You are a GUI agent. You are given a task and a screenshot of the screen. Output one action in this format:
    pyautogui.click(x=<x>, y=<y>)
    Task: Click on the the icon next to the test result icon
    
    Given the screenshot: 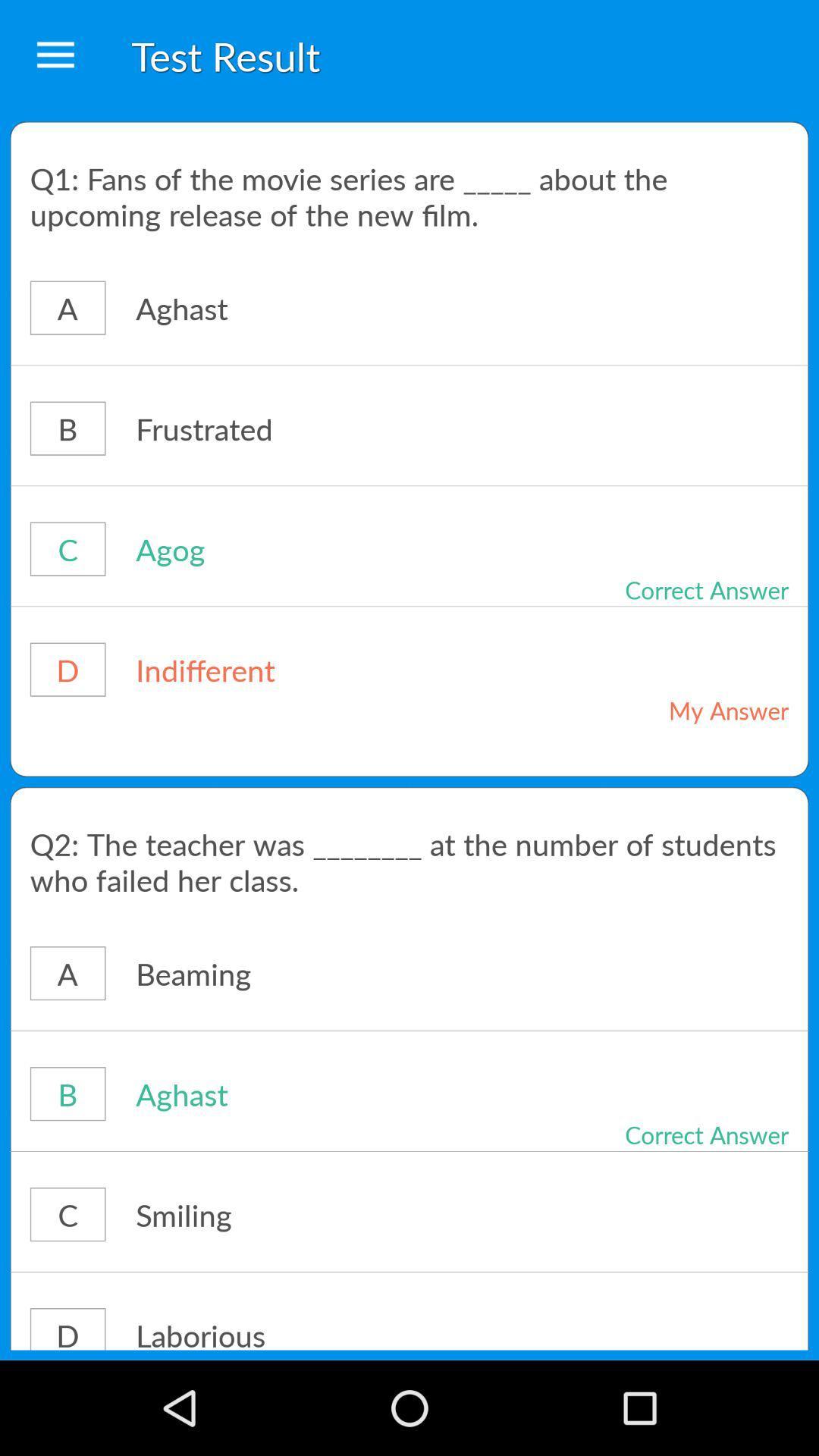 What is the action you would take?
    pyautogui.click(x=55, y=55)
    